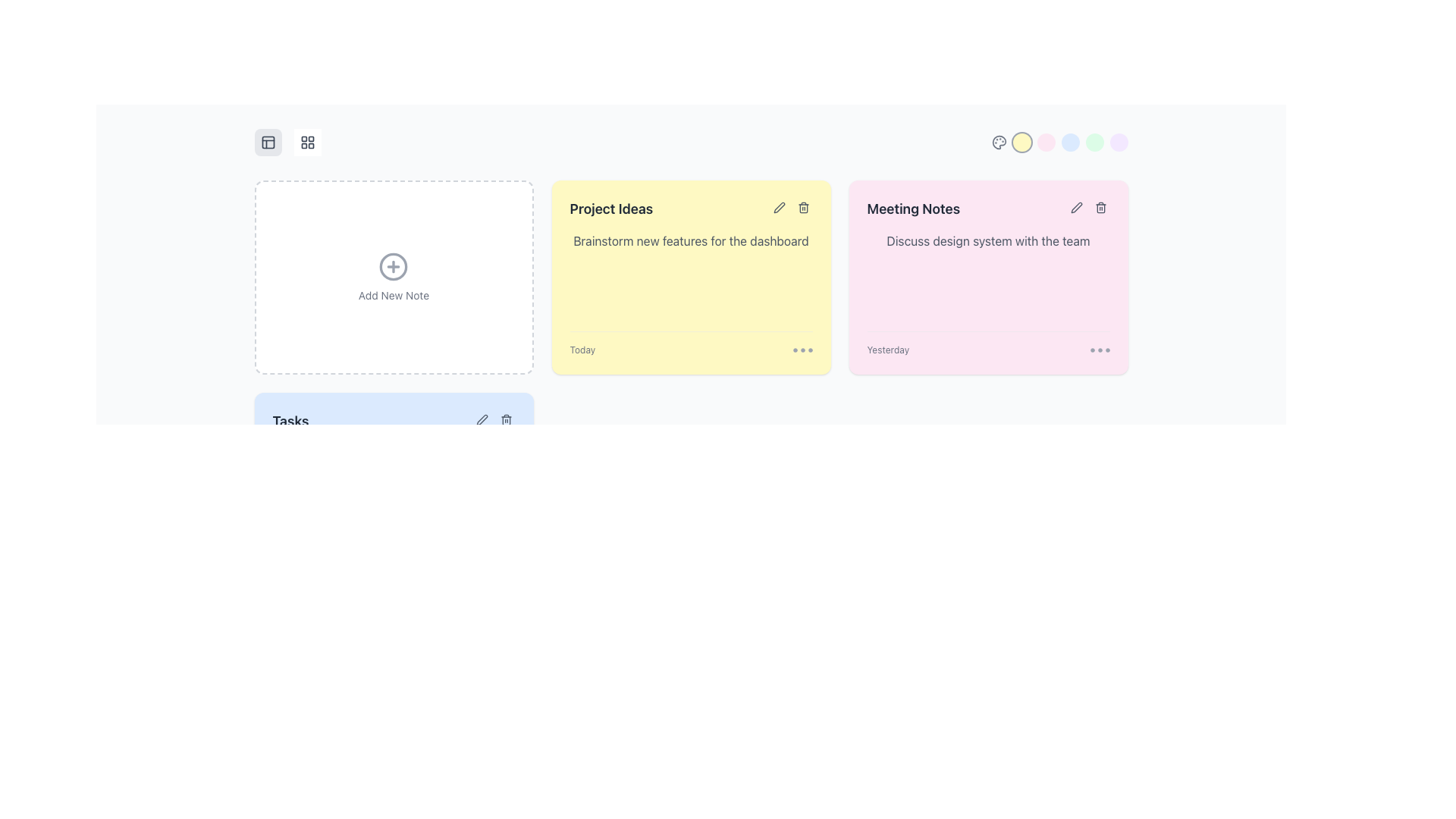  What do you see at coordinates (582, 350) in the screenshot?
I see `the 'Today' text label, which is a small light gray text element located at the left side of the bottom section of the 'Project Ideas' yellow card` at bounding box center [582, 350].